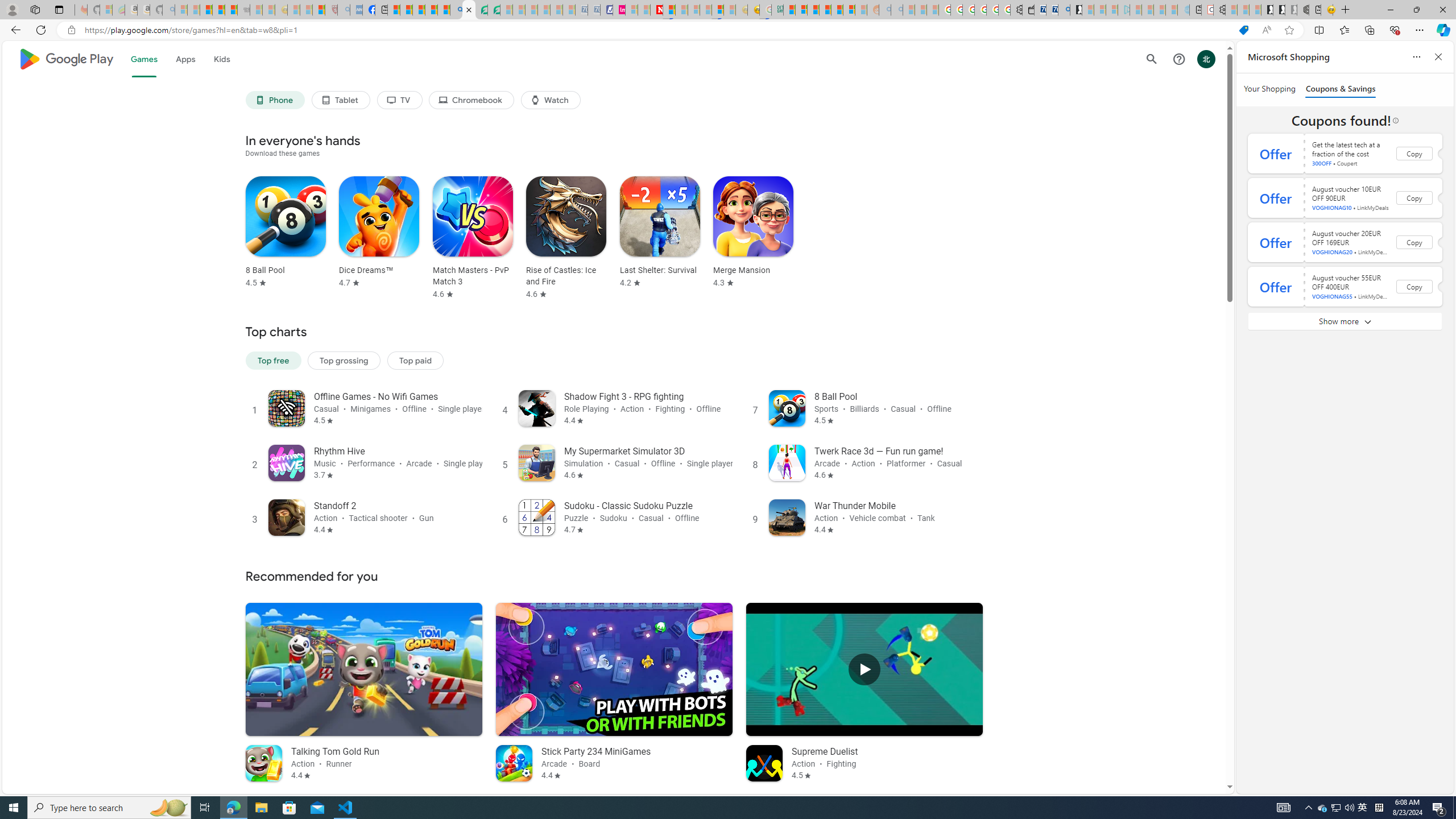 This screenshot has width=1456, height=819. What do you see at coordinates (1267, 9) in the screenshot?
I see `'Play Free Online Games | Games from Microsoft Start'` at bounding box center [1267, 9].